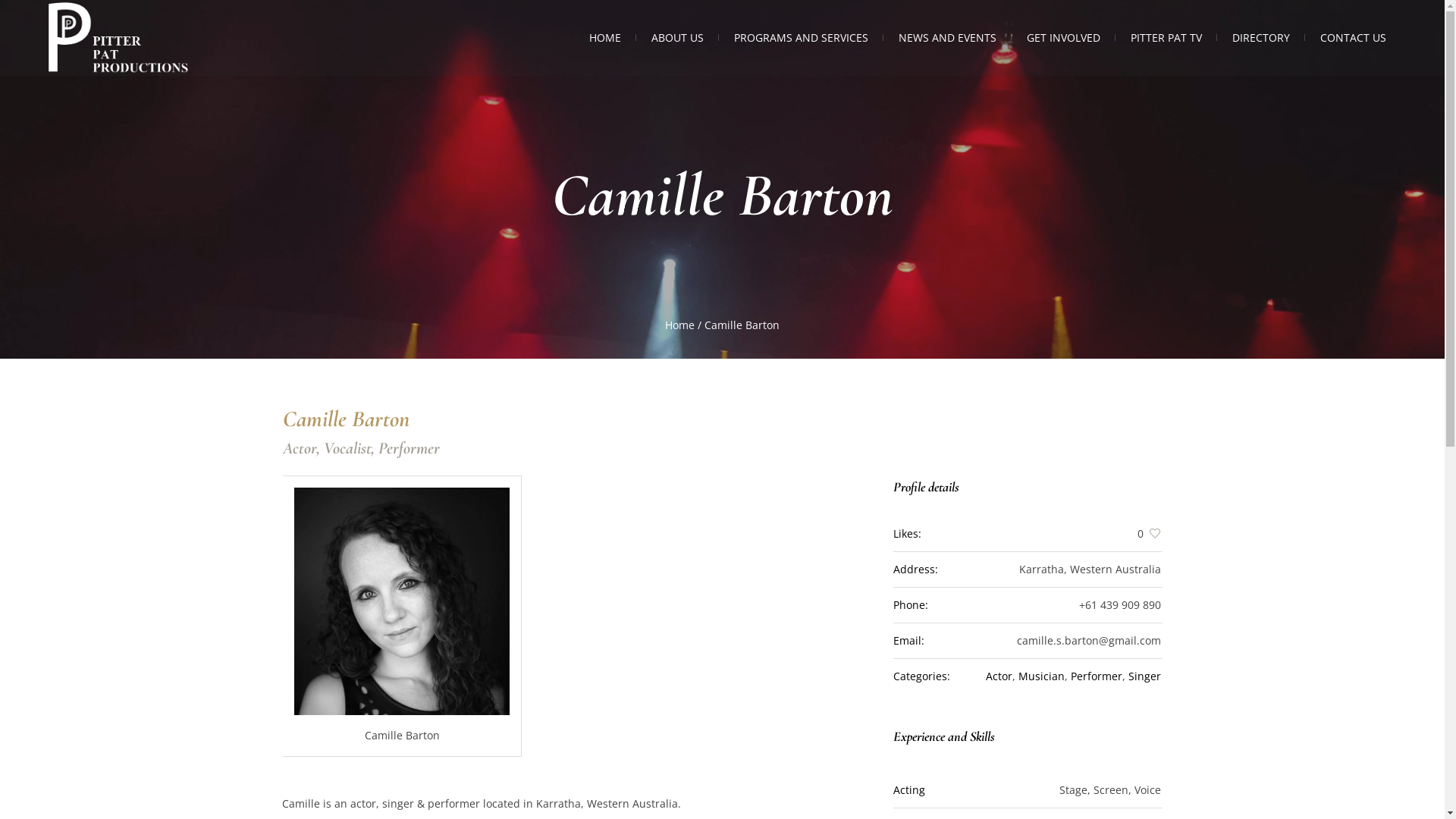  Describe the element at coordinates (604, 37) in the screenshot. I see `'HOME'` at that location.